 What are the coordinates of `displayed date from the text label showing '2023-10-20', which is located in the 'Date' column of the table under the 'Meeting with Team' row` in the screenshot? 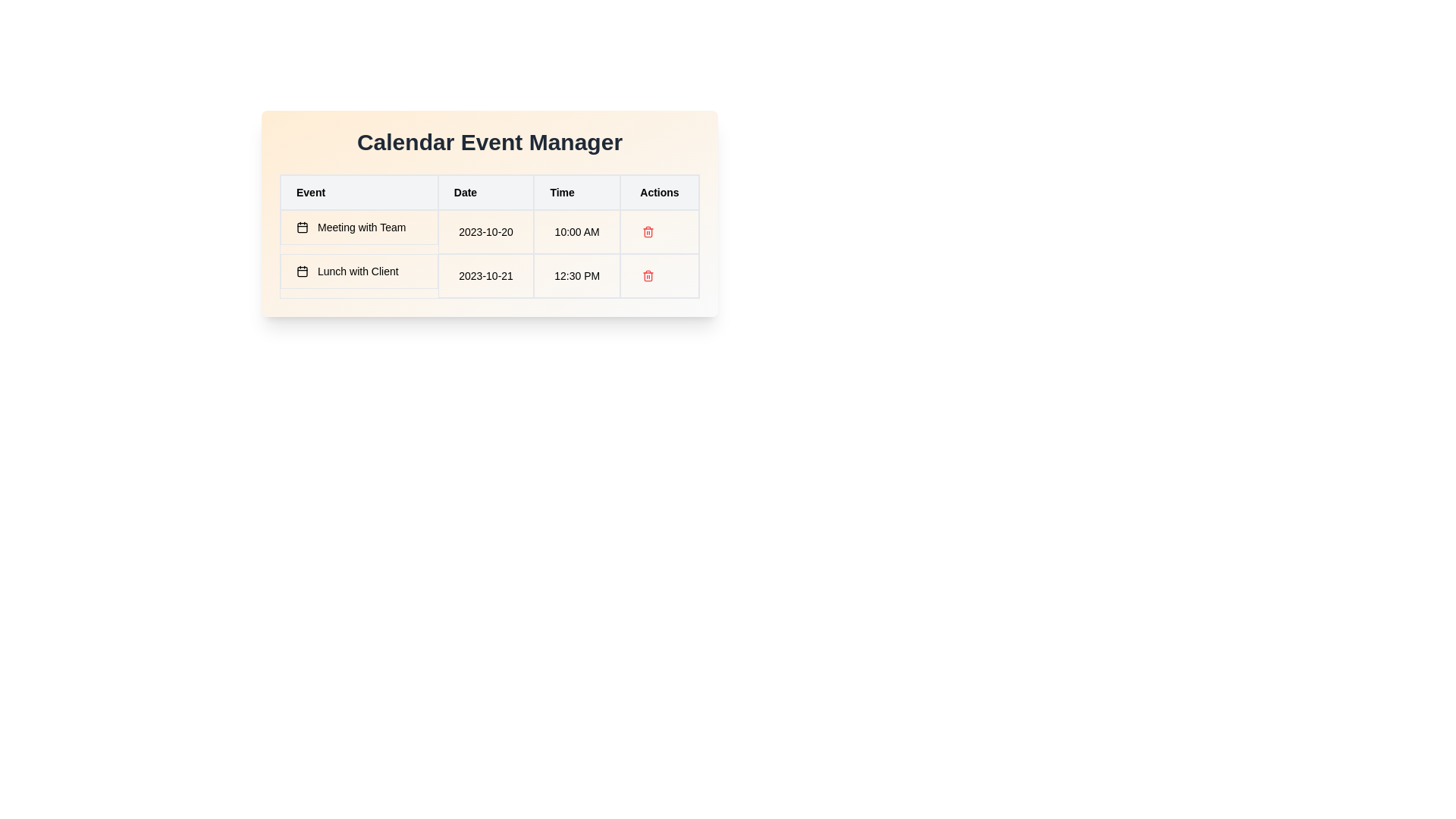 It's located at (486, 231).